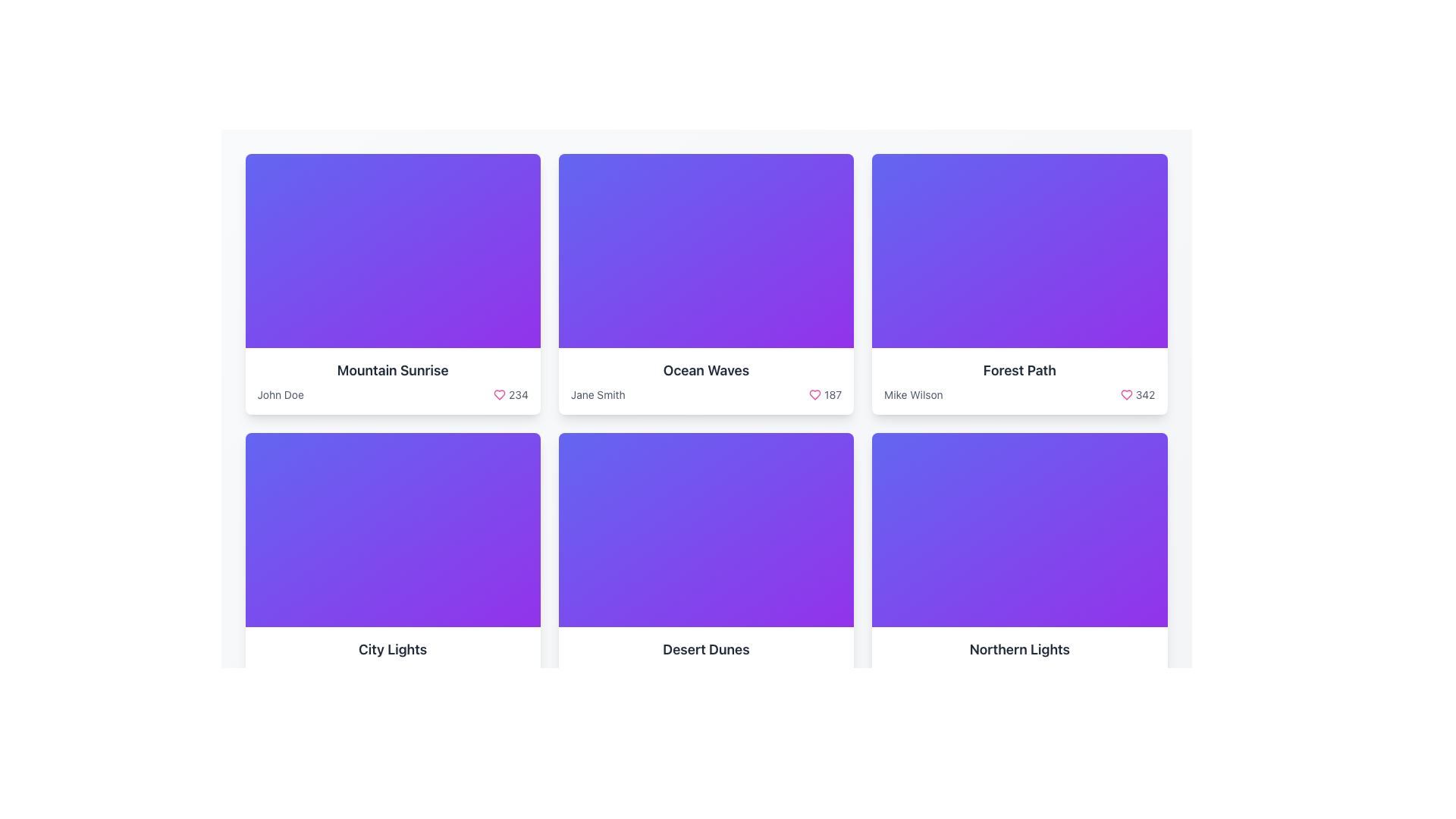 The height and width of the screenshot is (819, 1456). What do you see at coordinates (510, 394) in the screenshot?
I see `the Like counter element located at the bottom-right corner of the 'Mountain Sunrise' card, which displays the number of likes (234)` at bounding box center [510, 394].